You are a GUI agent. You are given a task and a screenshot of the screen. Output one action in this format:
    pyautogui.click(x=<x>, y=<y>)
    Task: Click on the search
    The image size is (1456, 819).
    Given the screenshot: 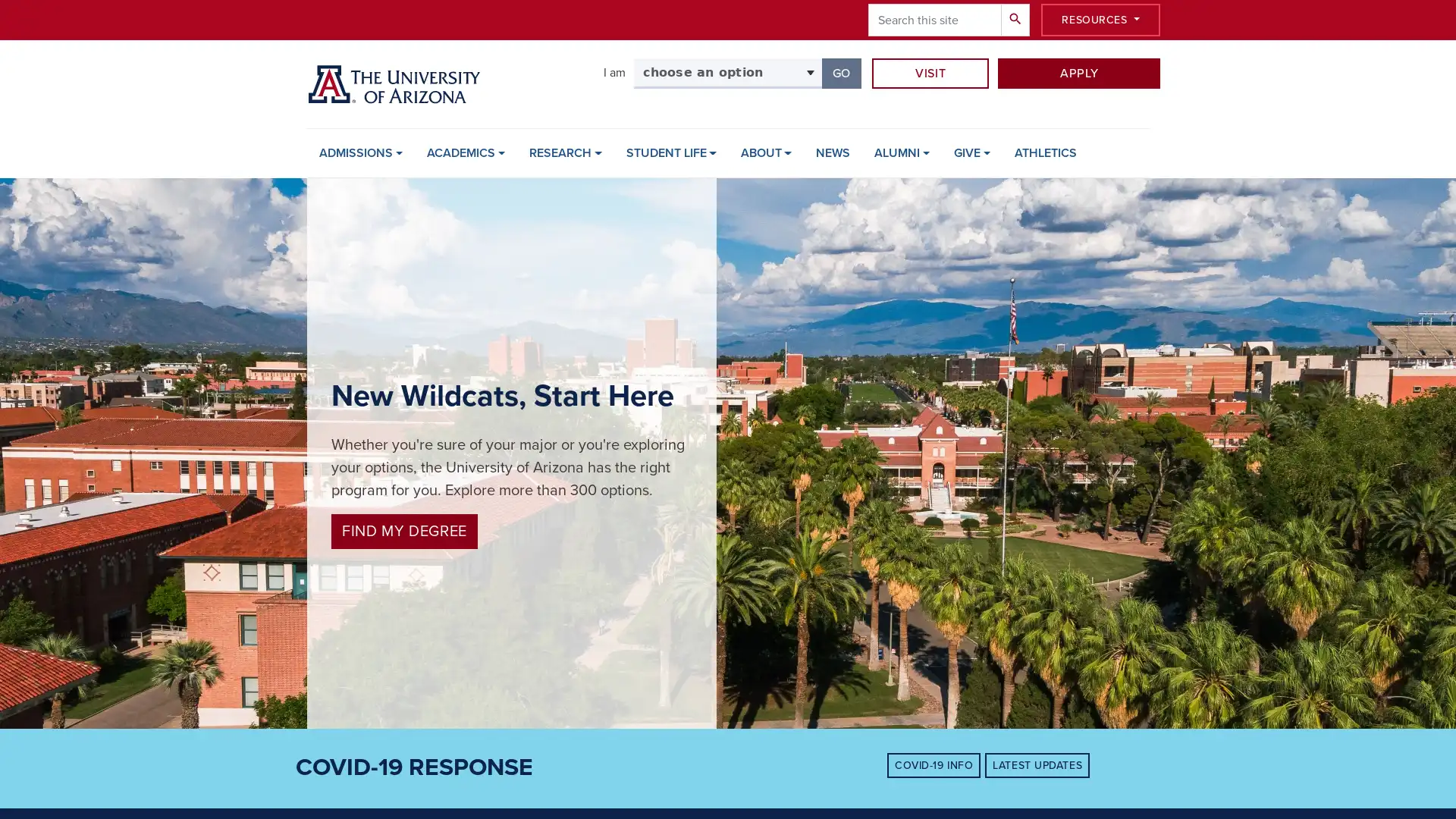 What is the action you would take?
    pyautogui.click(x=1015, y=20)
    